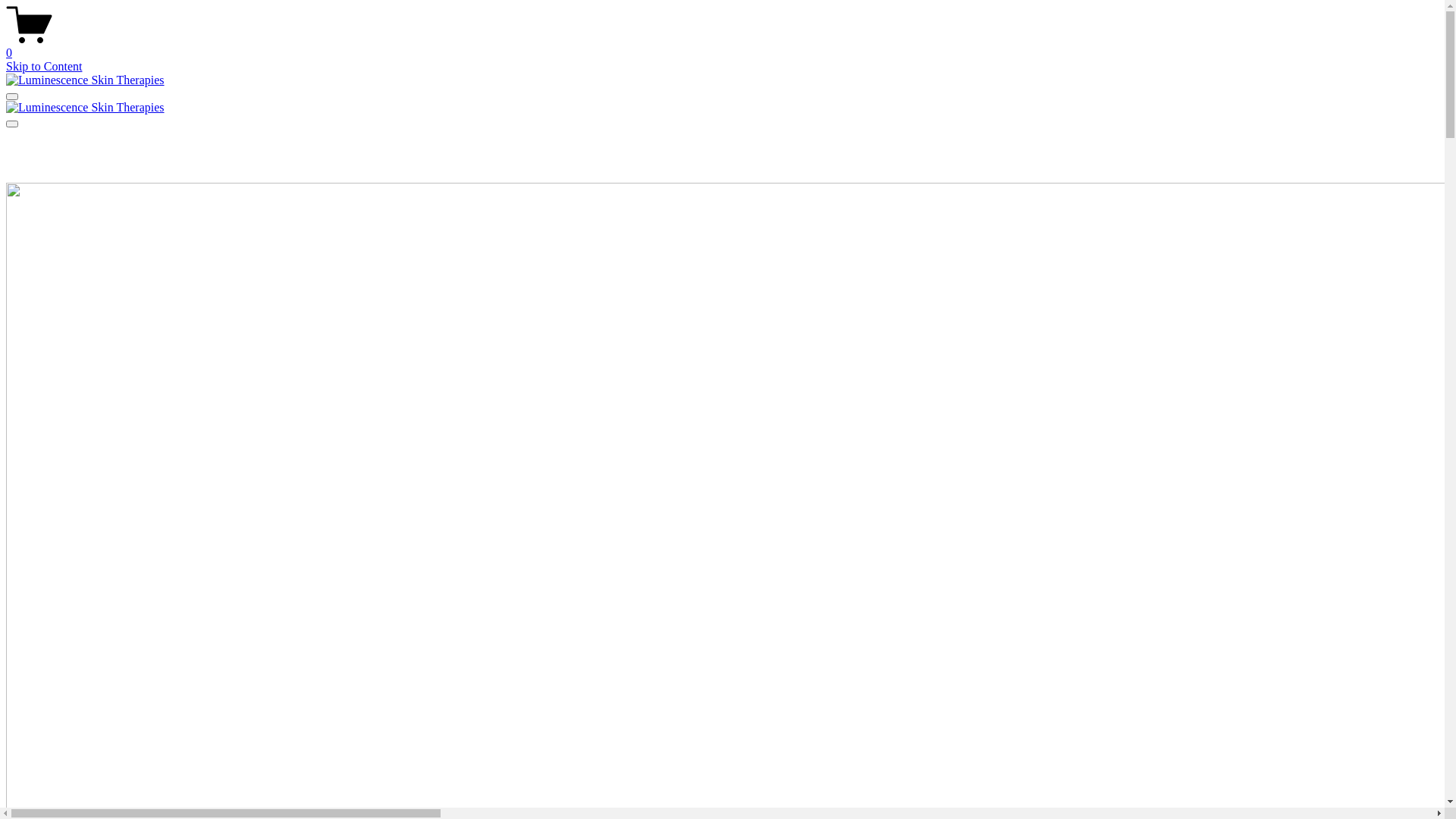  I want to click on 'Skip to Content', so click(43, 65).